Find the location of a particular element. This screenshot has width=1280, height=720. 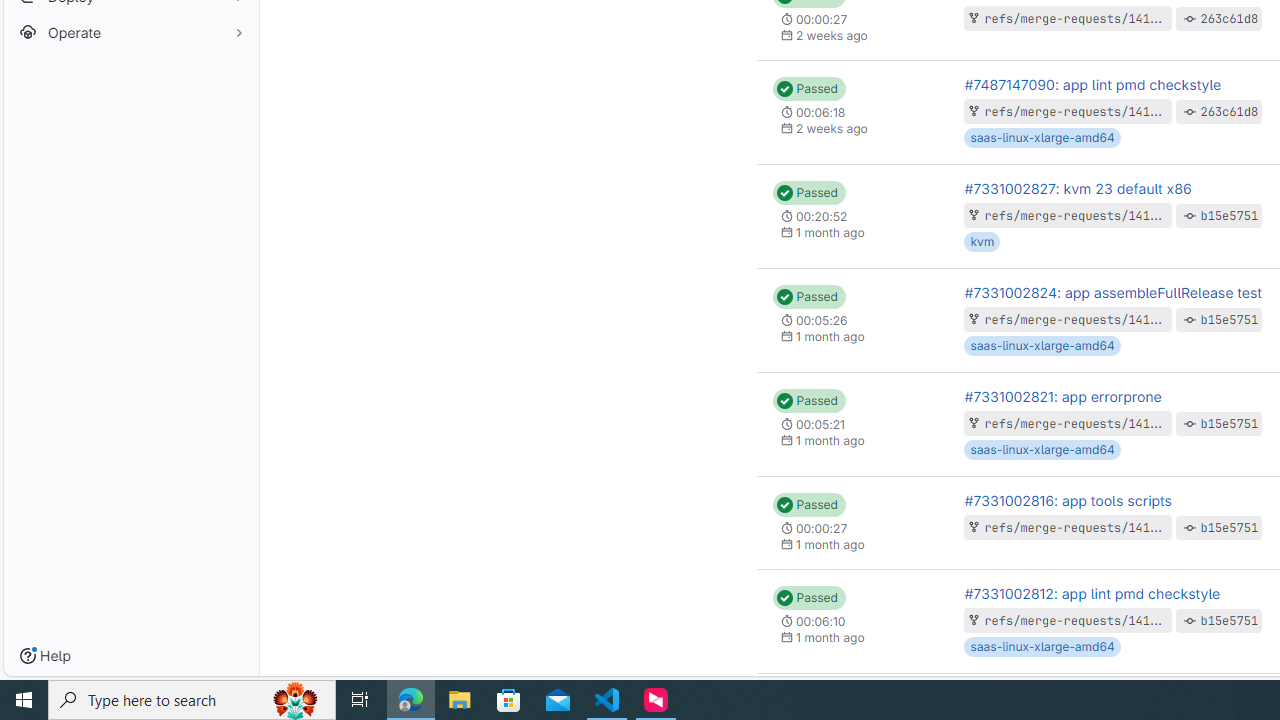

'#7331002824: app assembleFullRelease test' is located at coordinates (1111, 292).